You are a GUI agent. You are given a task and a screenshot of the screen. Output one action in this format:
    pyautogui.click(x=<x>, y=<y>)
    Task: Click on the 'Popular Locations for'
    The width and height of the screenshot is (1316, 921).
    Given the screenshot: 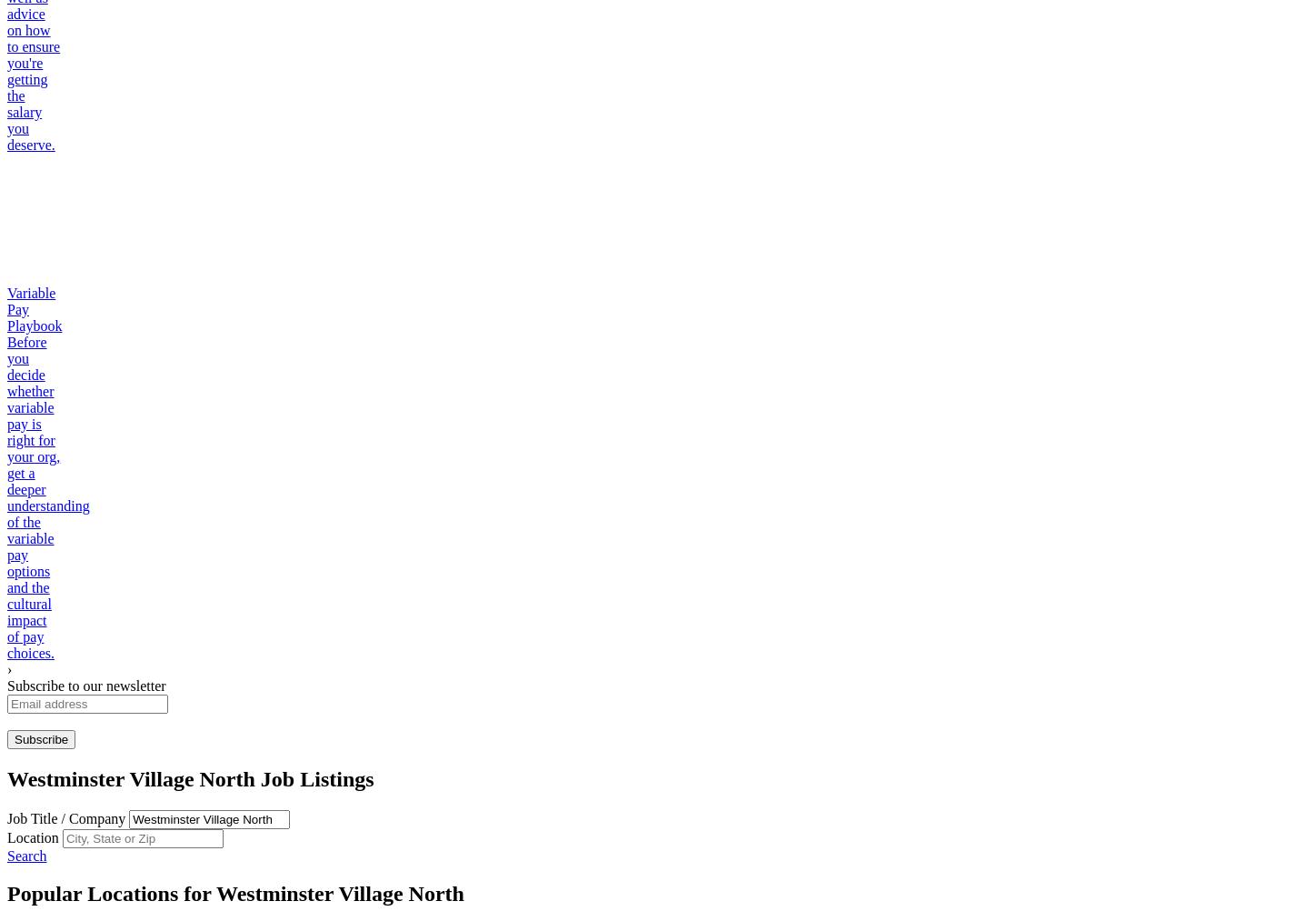 What is the action you would take?
    pyautogui.click(x=6, y=894)
    